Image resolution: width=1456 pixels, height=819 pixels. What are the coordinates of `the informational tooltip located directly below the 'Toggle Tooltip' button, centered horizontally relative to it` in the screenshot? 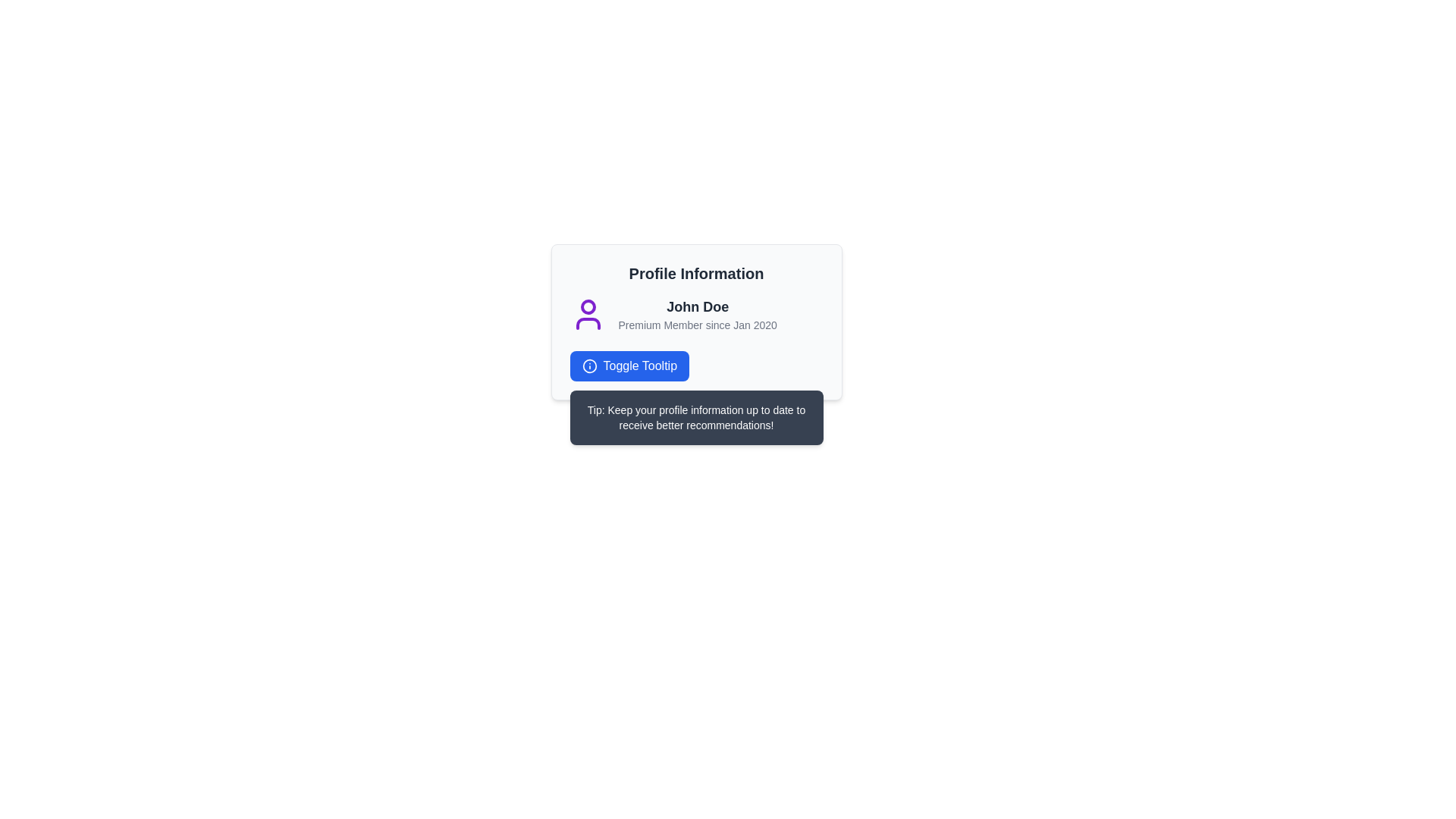 It's located at (695, 418).